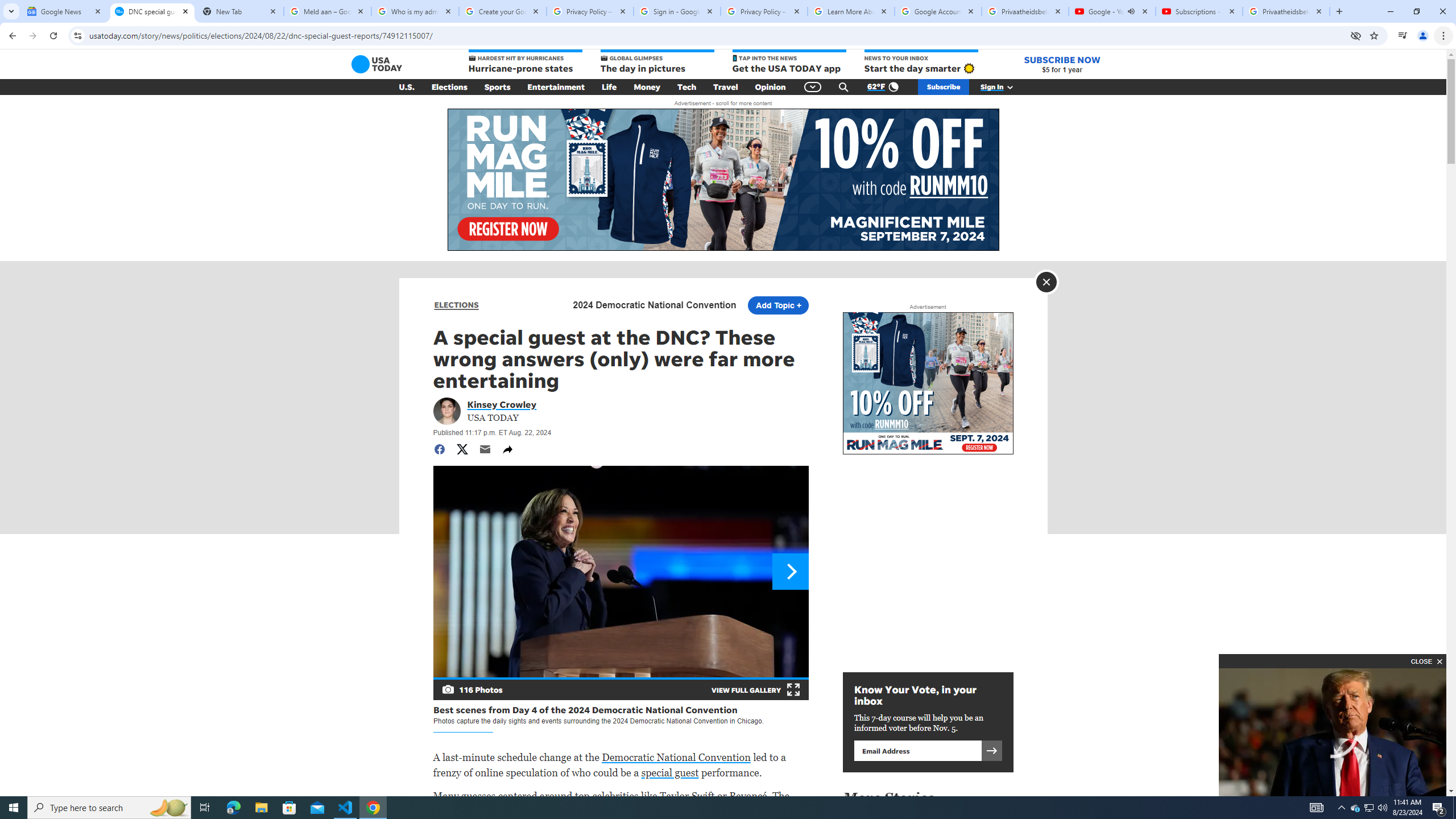  Describe the element at coordinates (647, 87) in the screenshot. I see `'Money'` at that location.